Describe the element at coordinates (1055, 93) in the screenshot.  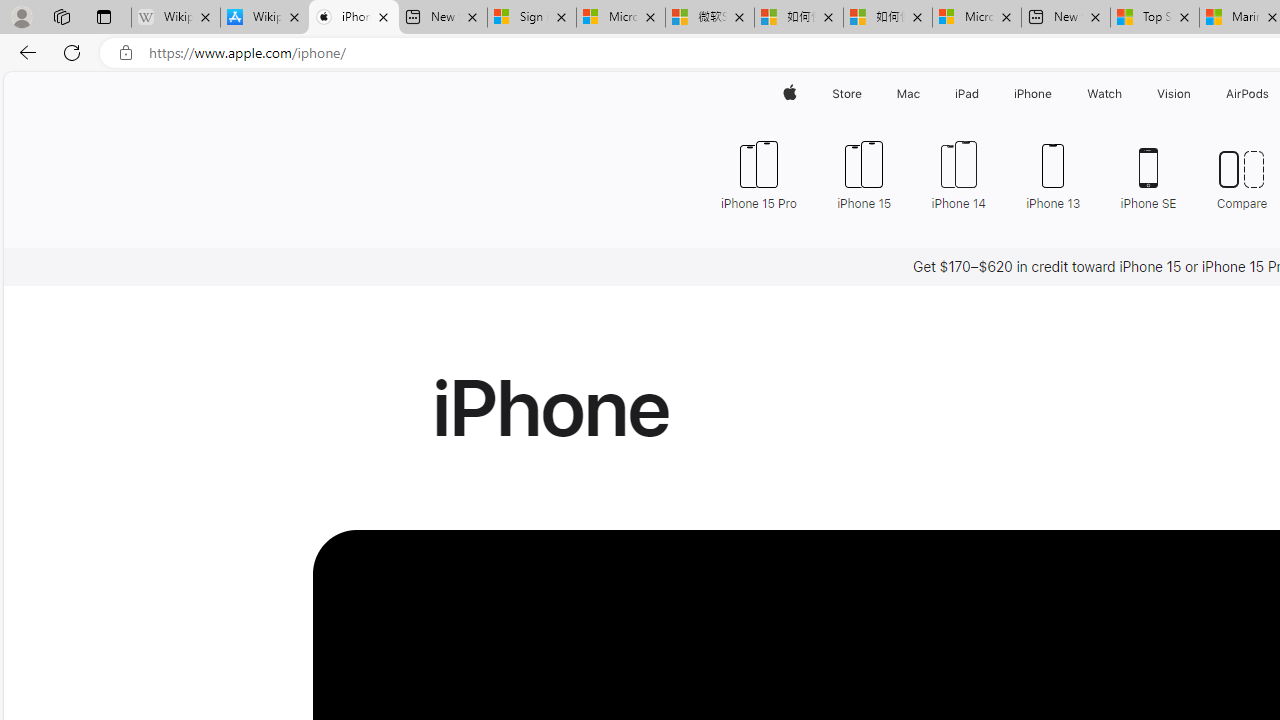
I see `'iPhone menu'` at that location.